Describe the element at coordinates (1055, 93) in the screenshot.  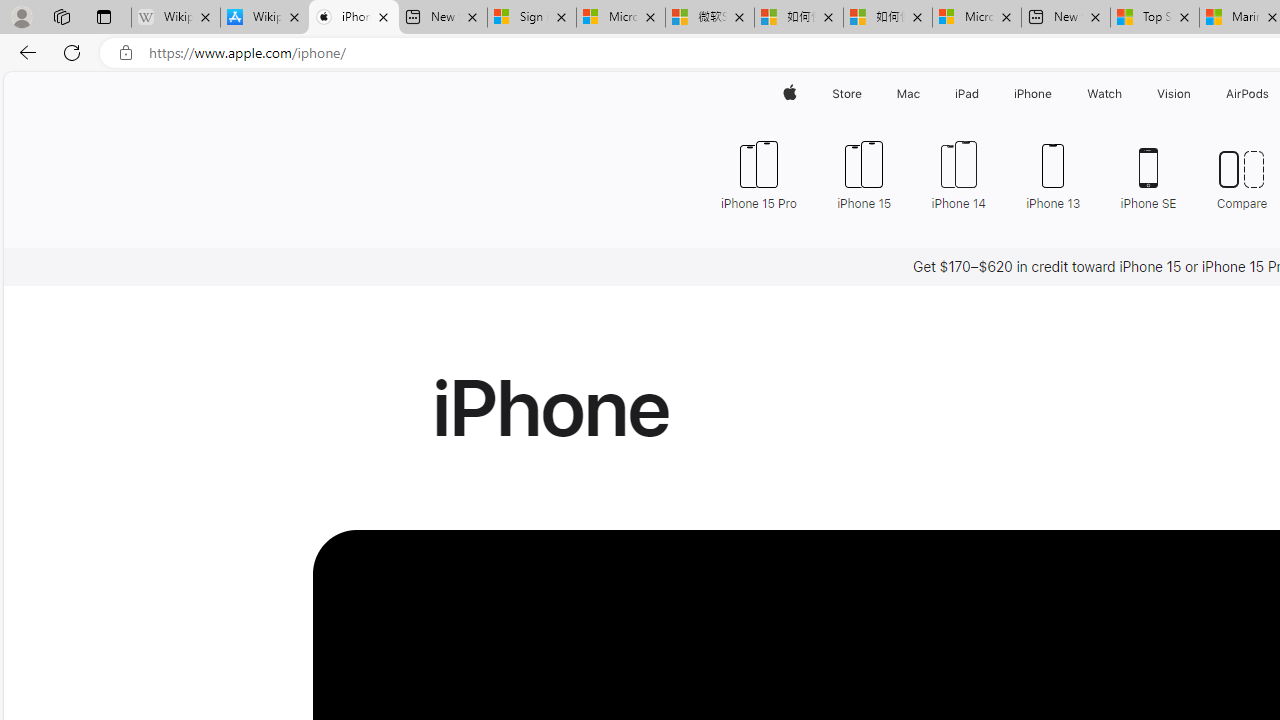
I see `'iPhone menu'` at that location.